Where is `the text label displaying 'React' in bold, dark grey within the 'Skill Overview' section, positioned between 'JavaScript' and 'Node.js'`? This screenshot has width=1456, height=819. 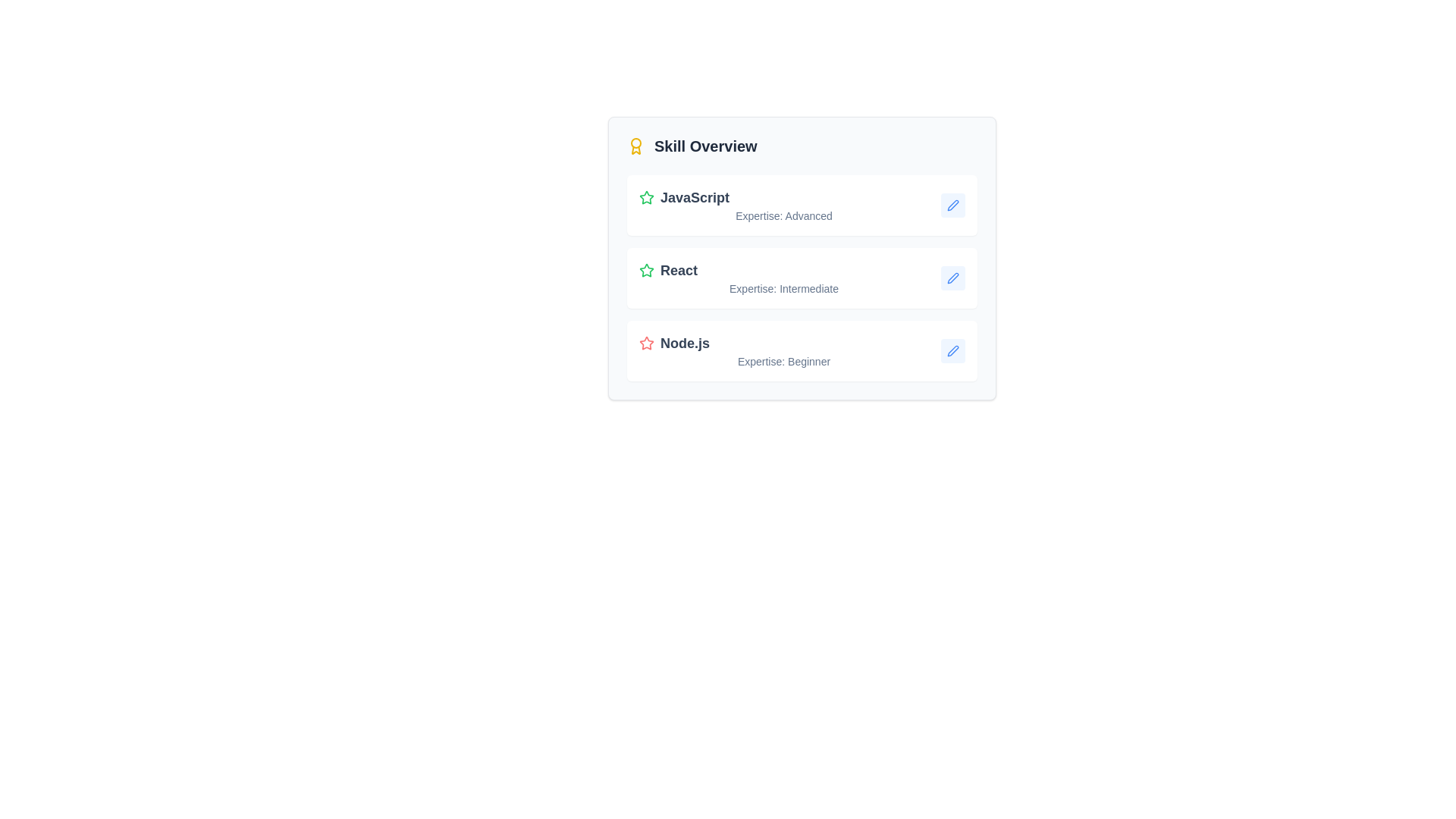 the text label displaying 'React' in bold, dark grey within the 'Skill Overview' section, positioned between 'JavaScript' and 'Node.js' is located at coordinates (678, 270).